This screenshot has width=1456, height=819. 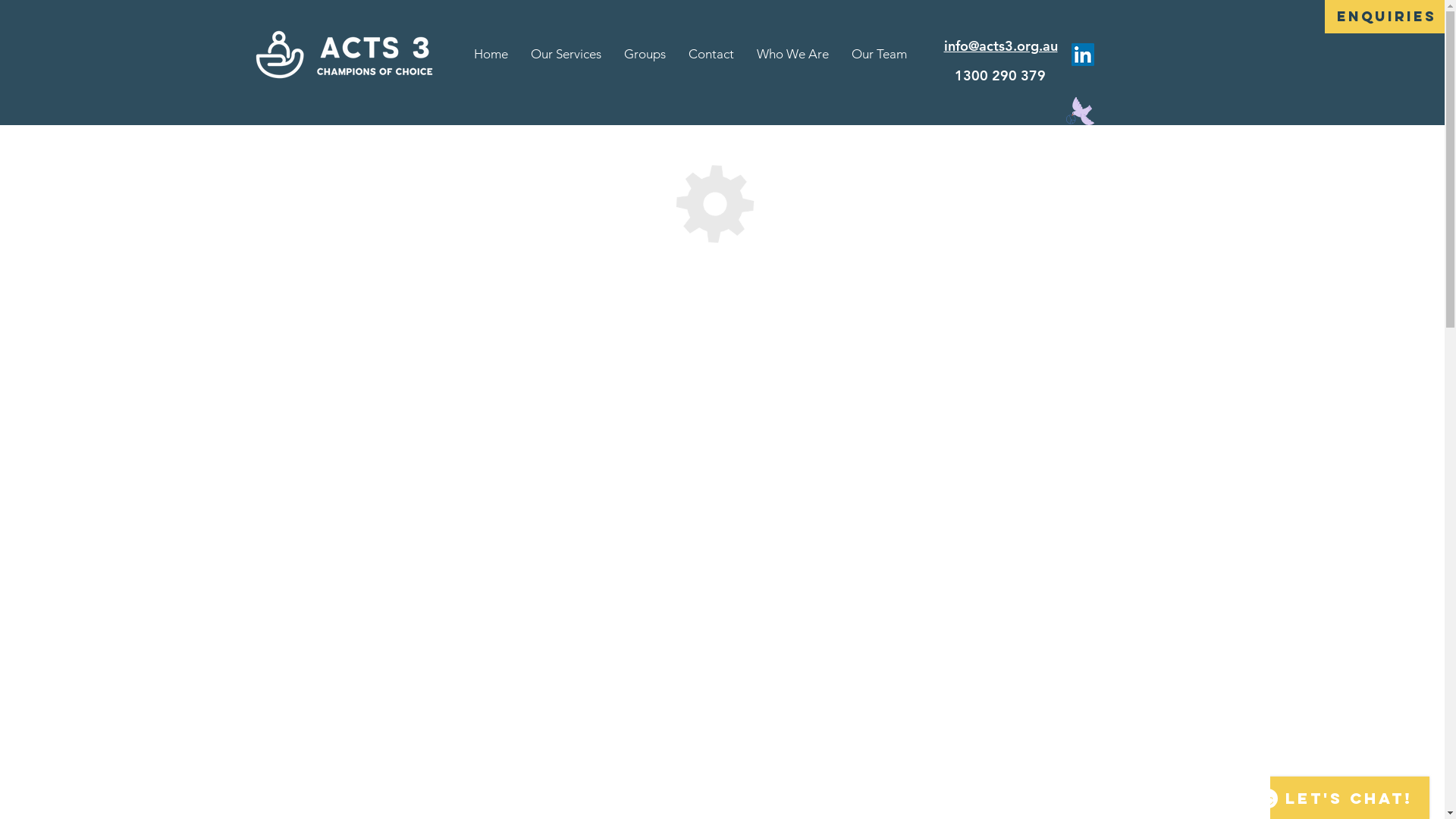 What do you see at coordinates (792, 53) in the screenshot?
I see `'Who We Are'` at bounding box center [792, 53].